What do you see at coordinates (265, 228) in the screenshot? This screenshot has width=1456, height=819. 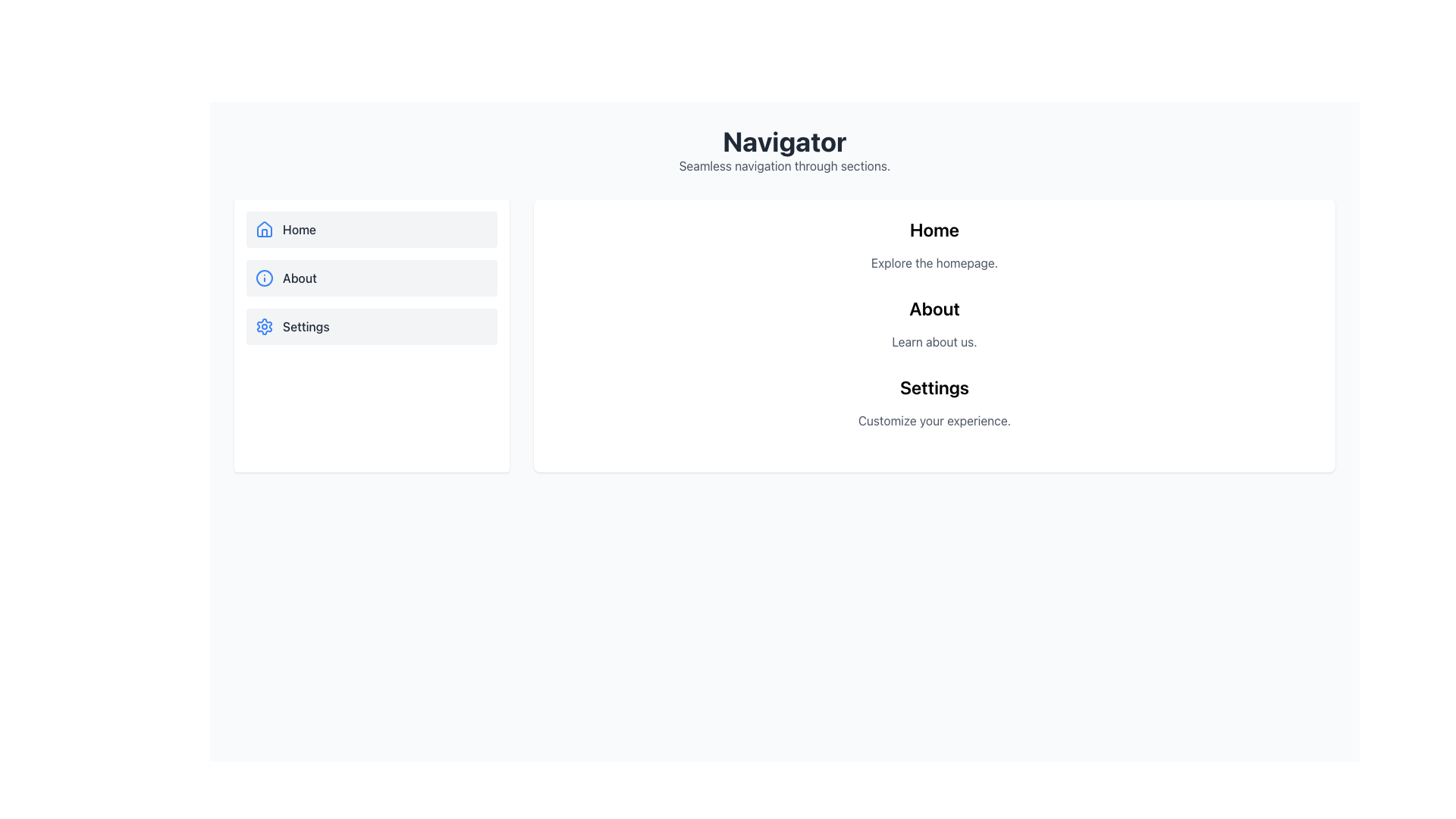 I see `the house icon in the navigation menu, which is the first icon on the left side preceding the 'Home' text` at bounding box center [265, 228].